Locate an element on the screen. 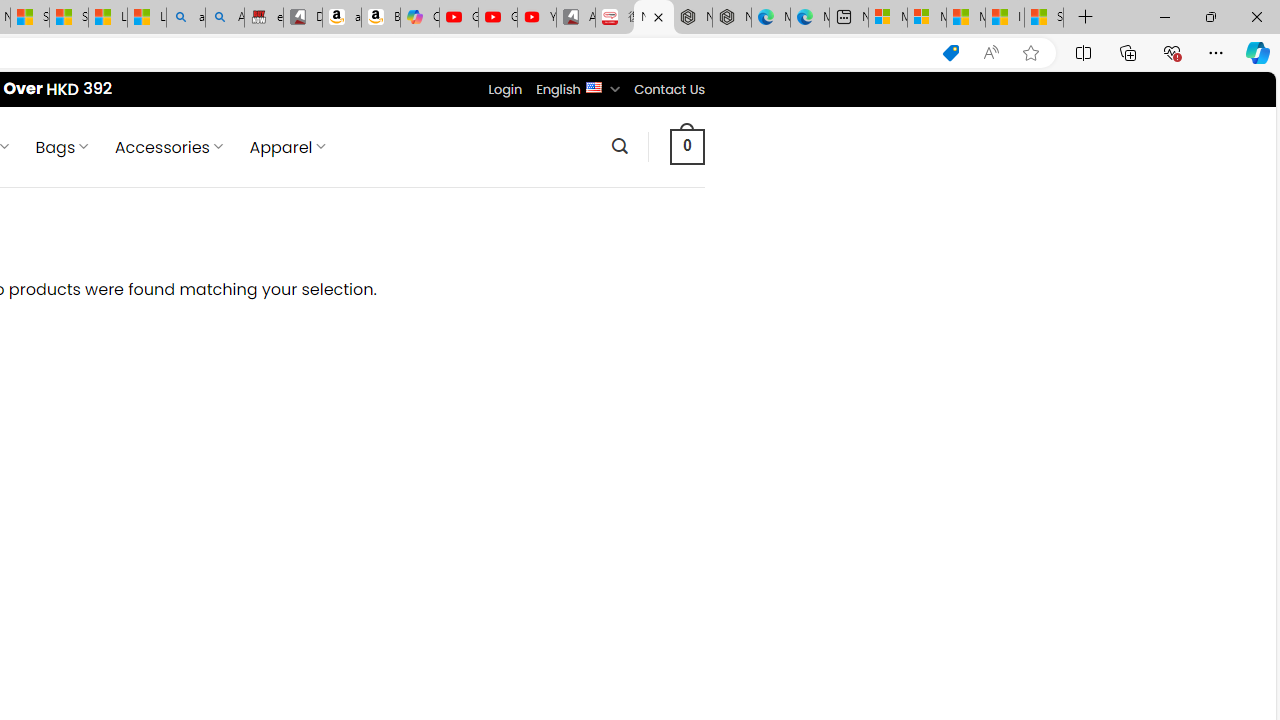 The image size is (1280, 720). 'YouTube Kids - An App Created for Kids to Explore Content' is located at coordinates (536, 17).